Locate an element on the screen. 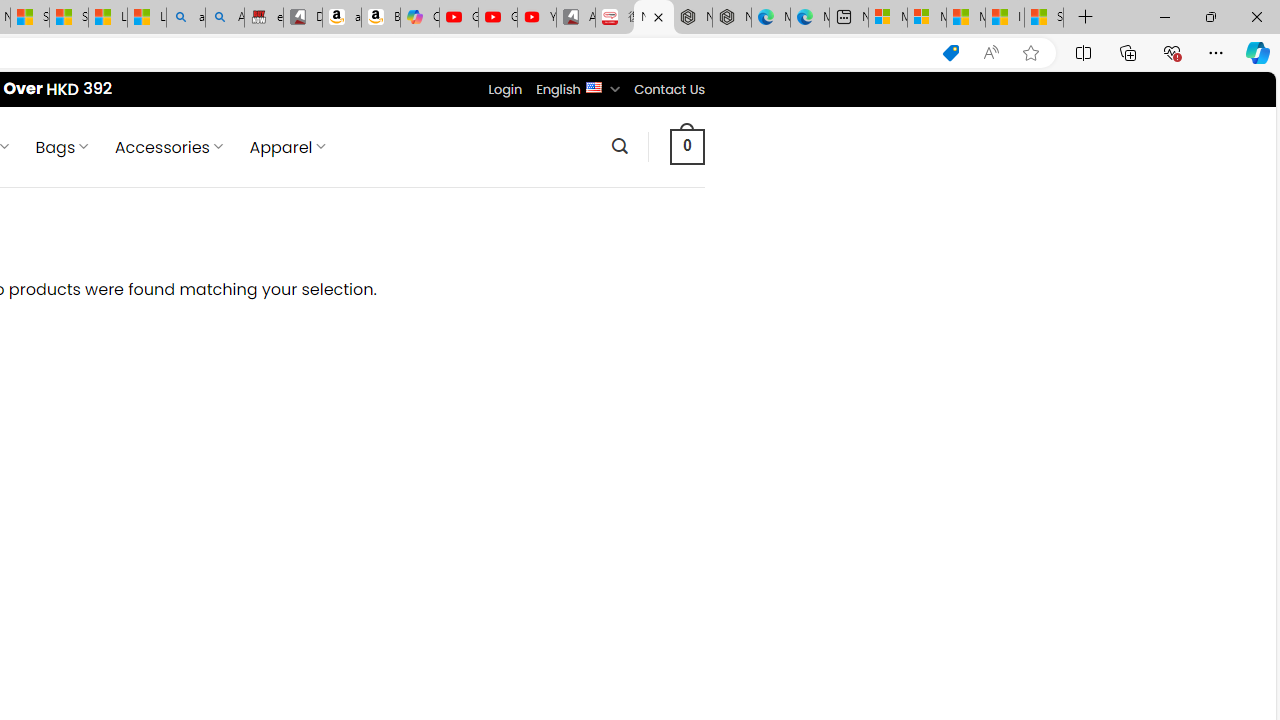 The image size is (1280, 720). 'YouTube Kids - An App Created for Kids to Explore Content' is located at coordinates (536, 17).